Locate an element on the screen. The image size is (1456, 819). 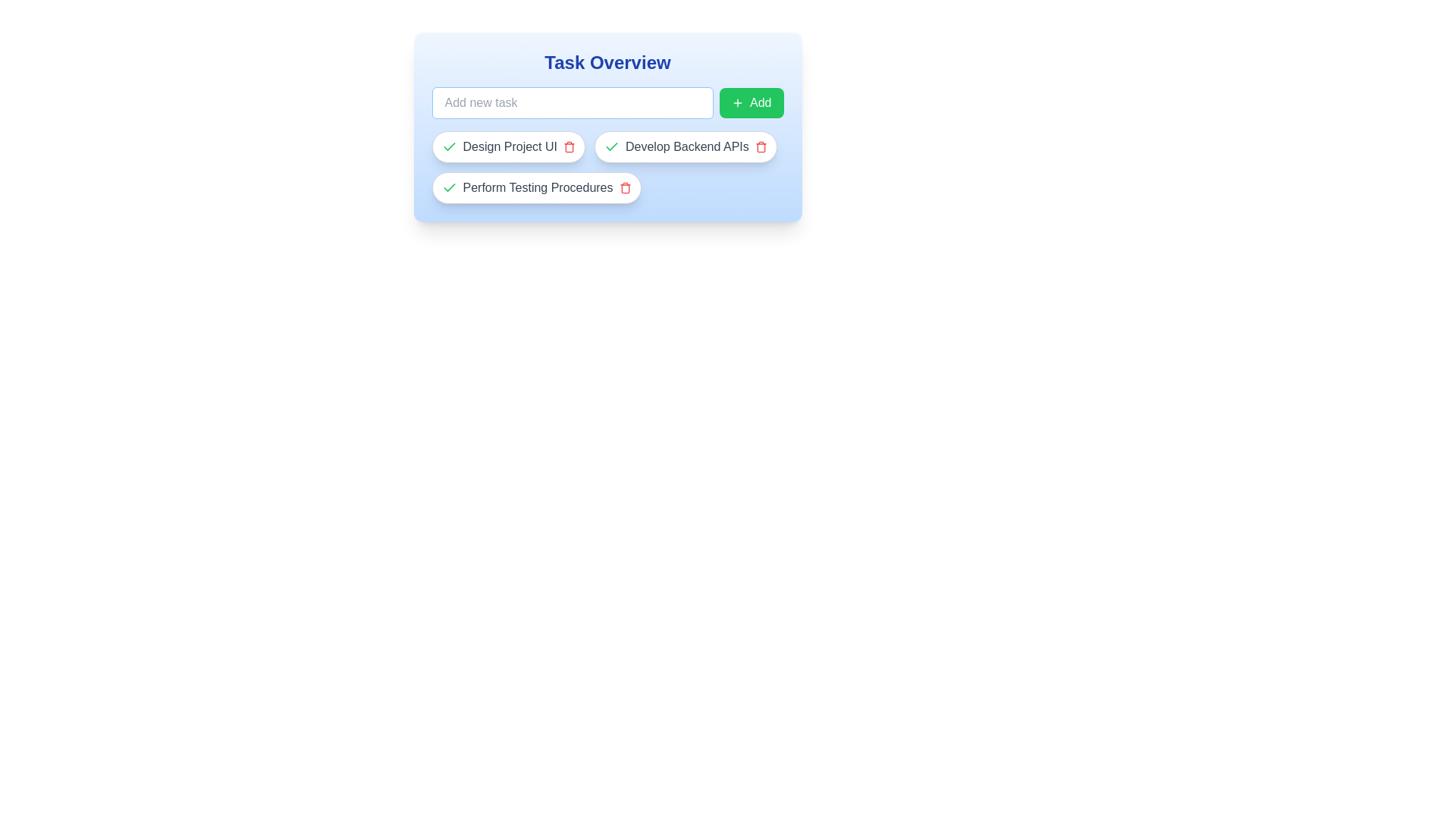
the trash icon next to the task labeled Develop Backend APIs to remove it is located at coordinates (761, 146).